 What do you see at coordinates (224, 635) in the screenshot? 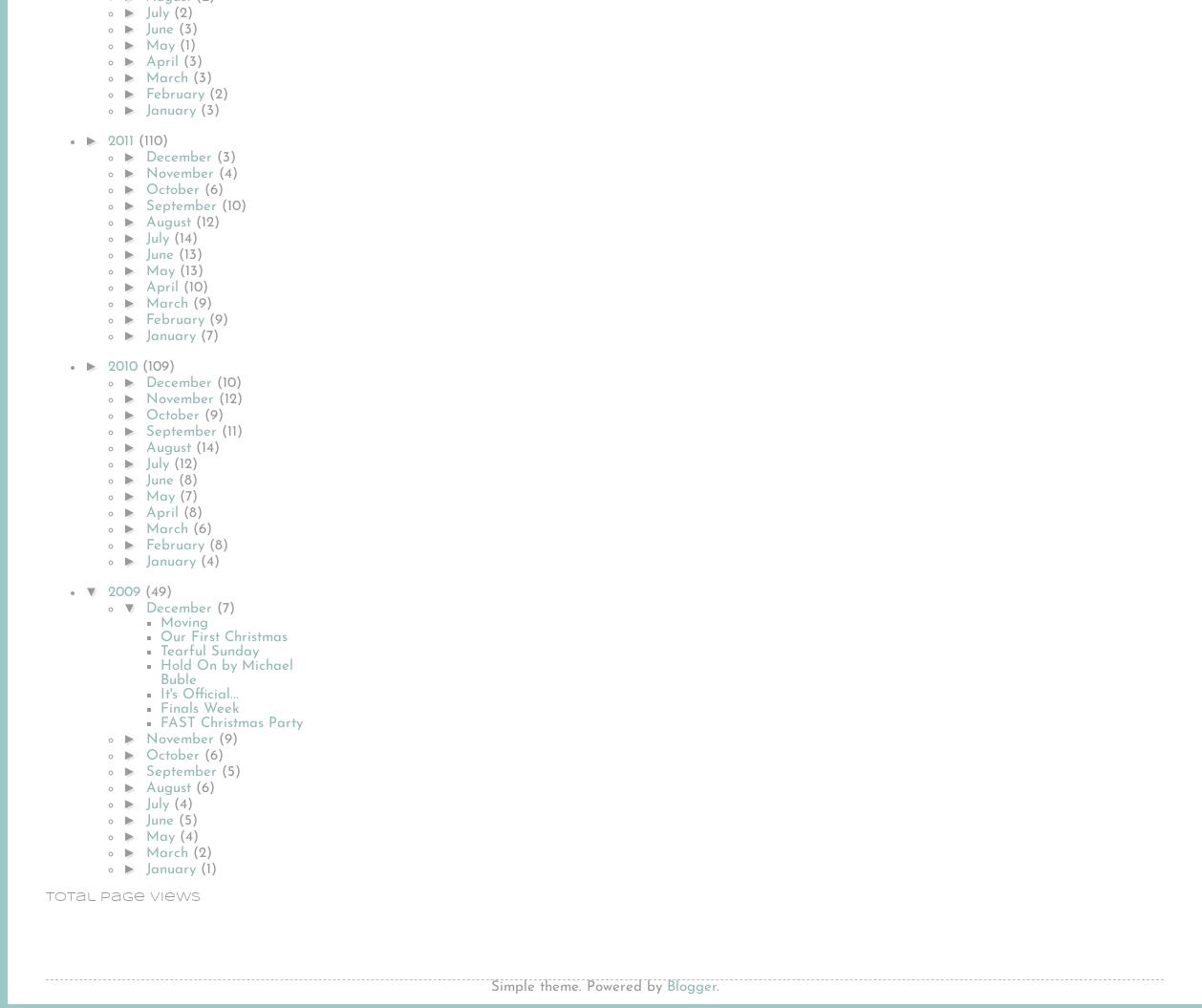
I see `'Our First Christmas'` at bounding box center [224, 635].